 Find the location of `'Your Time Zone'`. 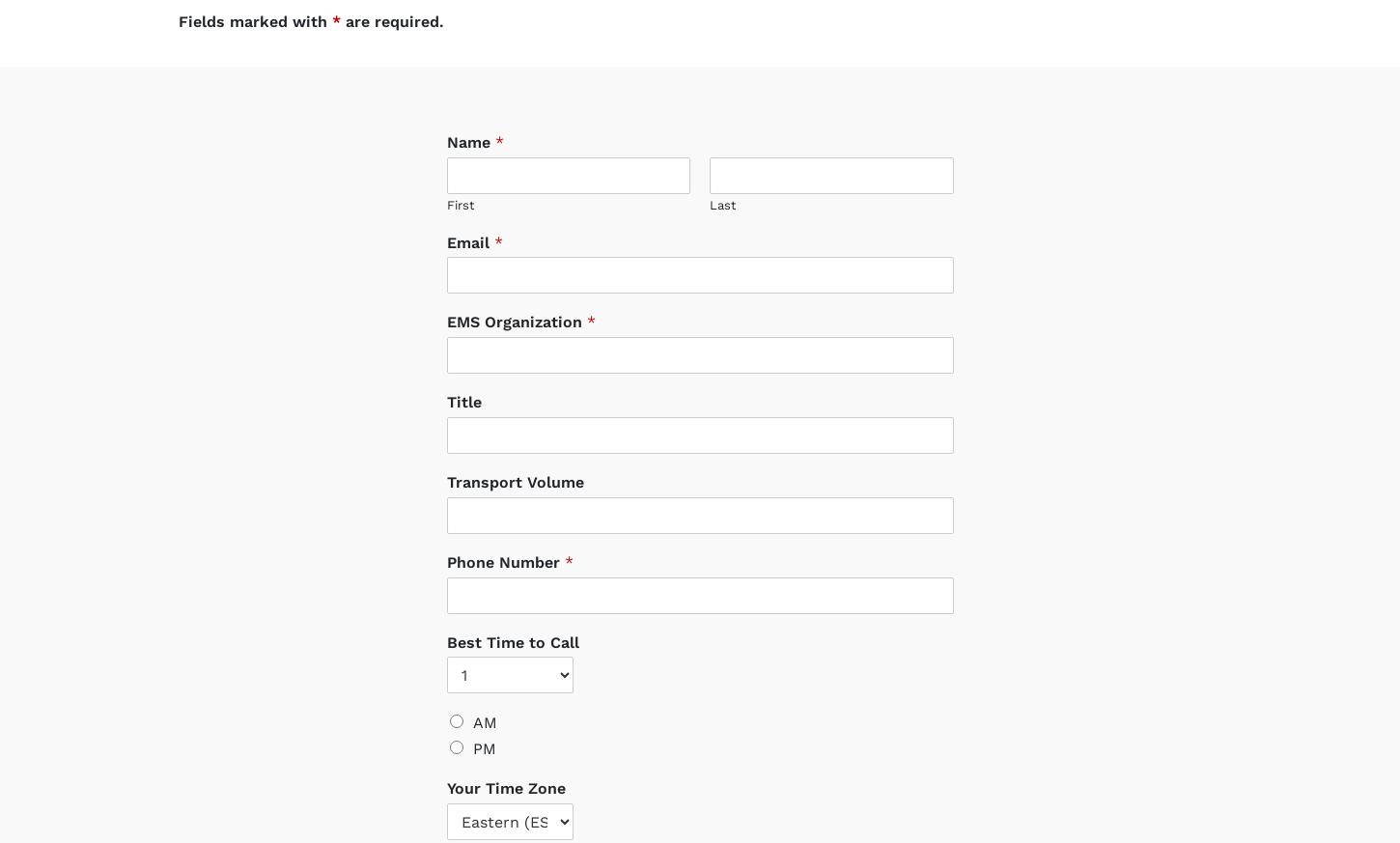

'Your Time Zone' is located at coordinates (505, 770).